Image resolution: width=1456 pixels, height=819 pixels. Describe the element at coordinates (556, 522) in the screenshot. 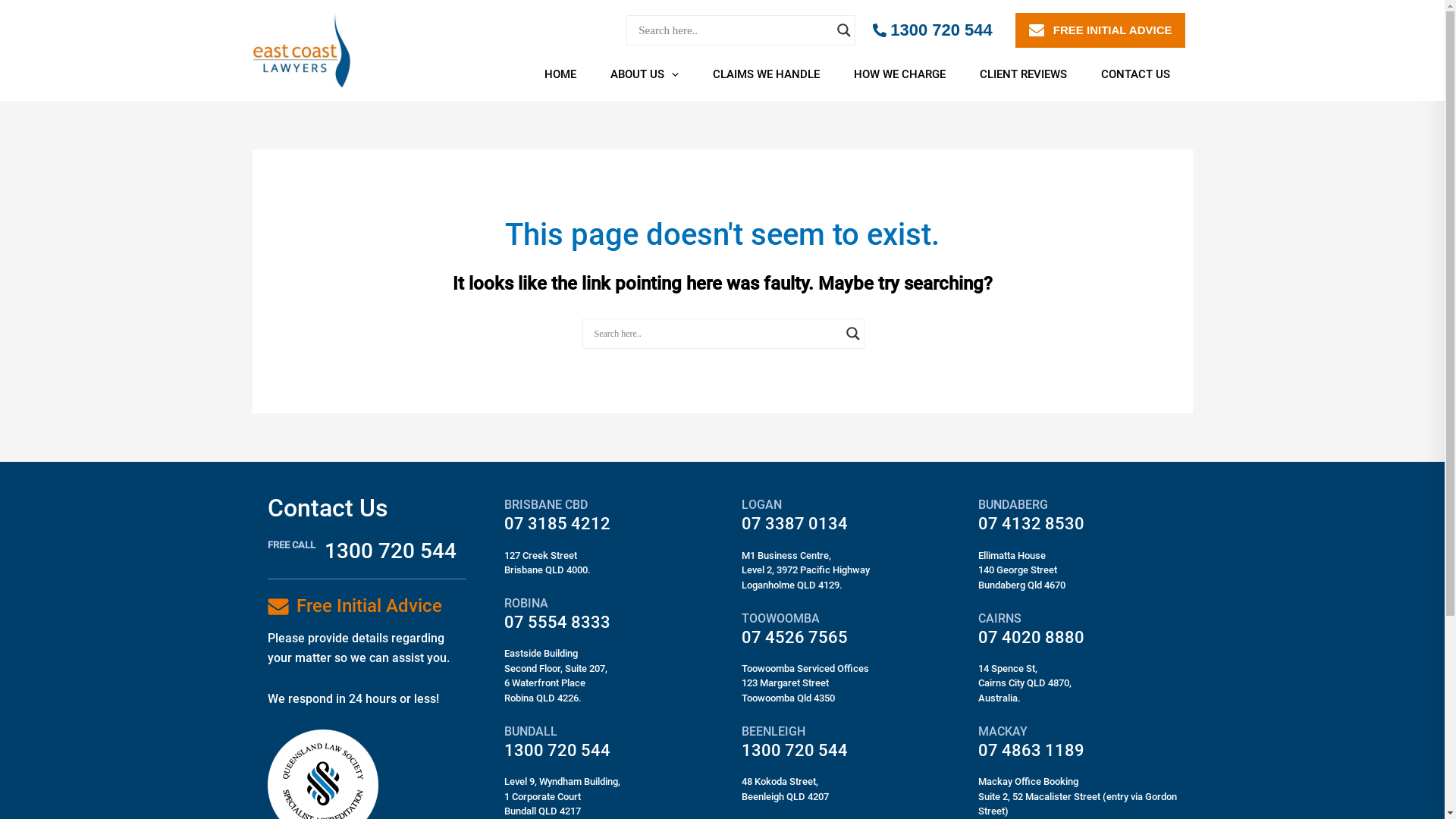

I see `'07 3185 4212'` at that location.